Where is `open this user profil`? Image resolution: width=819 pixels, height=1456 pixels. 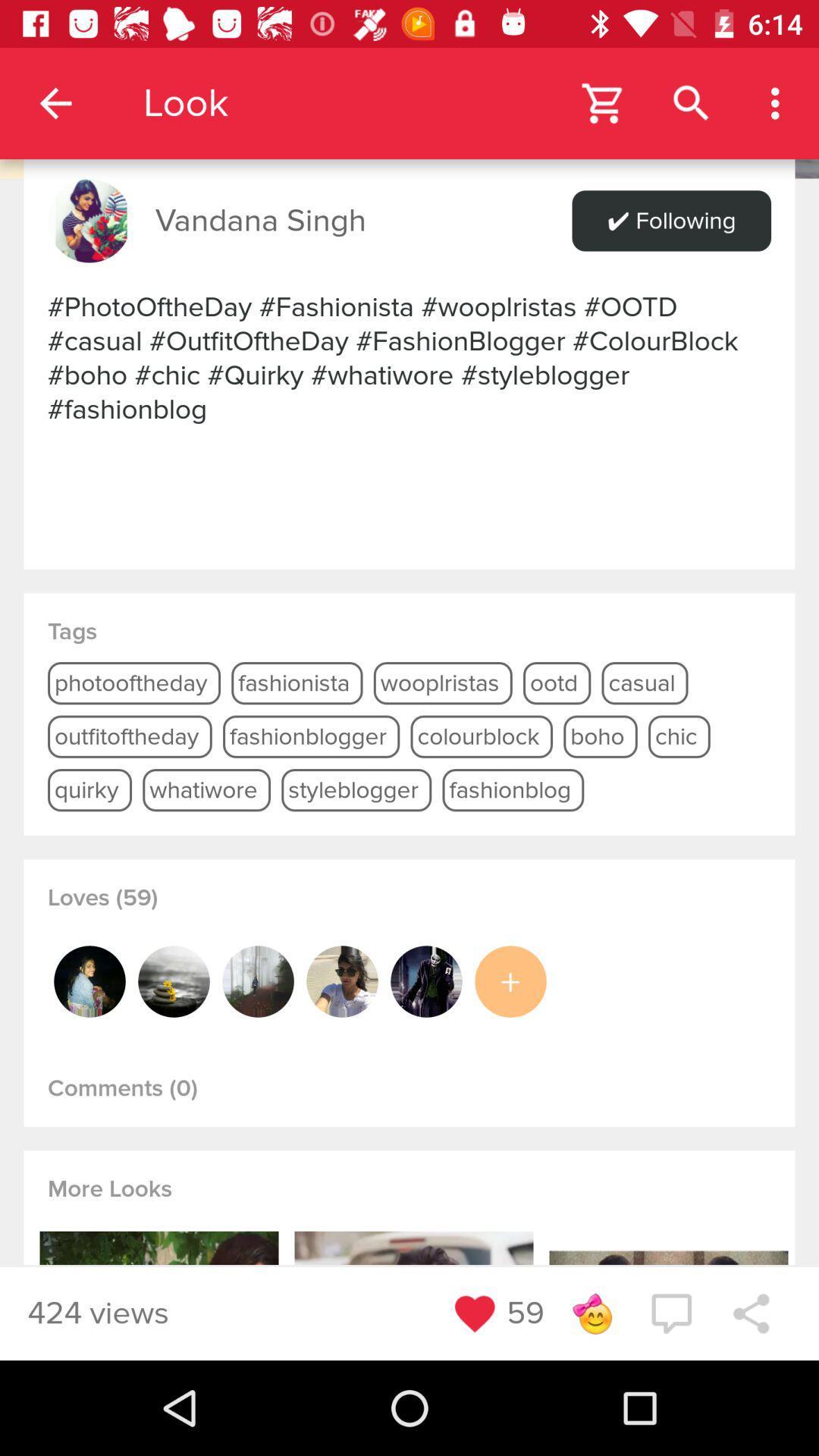
open this user profil is located at coordinates (426, 981).